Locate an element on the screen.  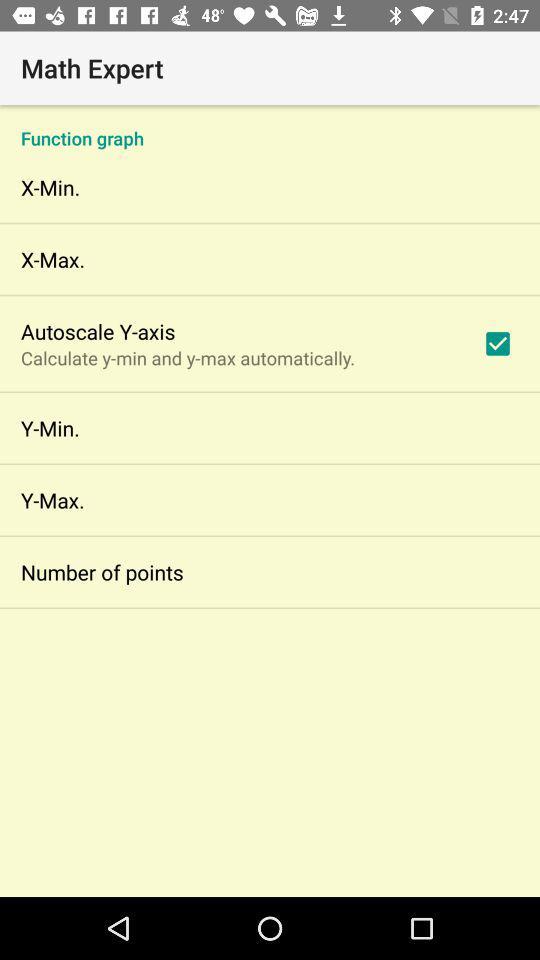
item to the right of the calculate y min icon is located at coordinates (496, 343).